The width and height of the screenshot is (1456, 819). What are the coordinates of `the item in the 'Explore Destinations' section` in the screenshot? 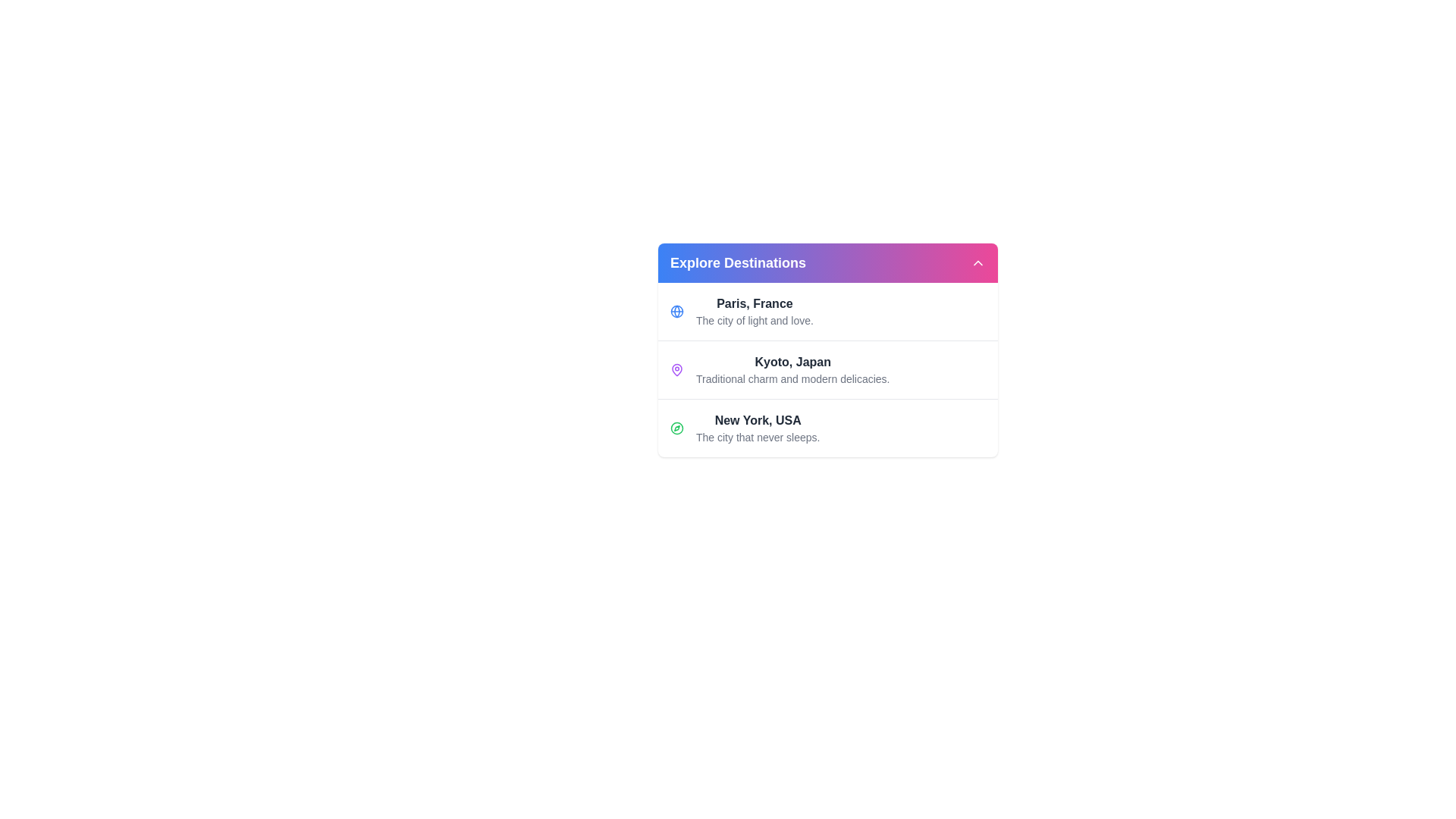 It's located at (827, 350).